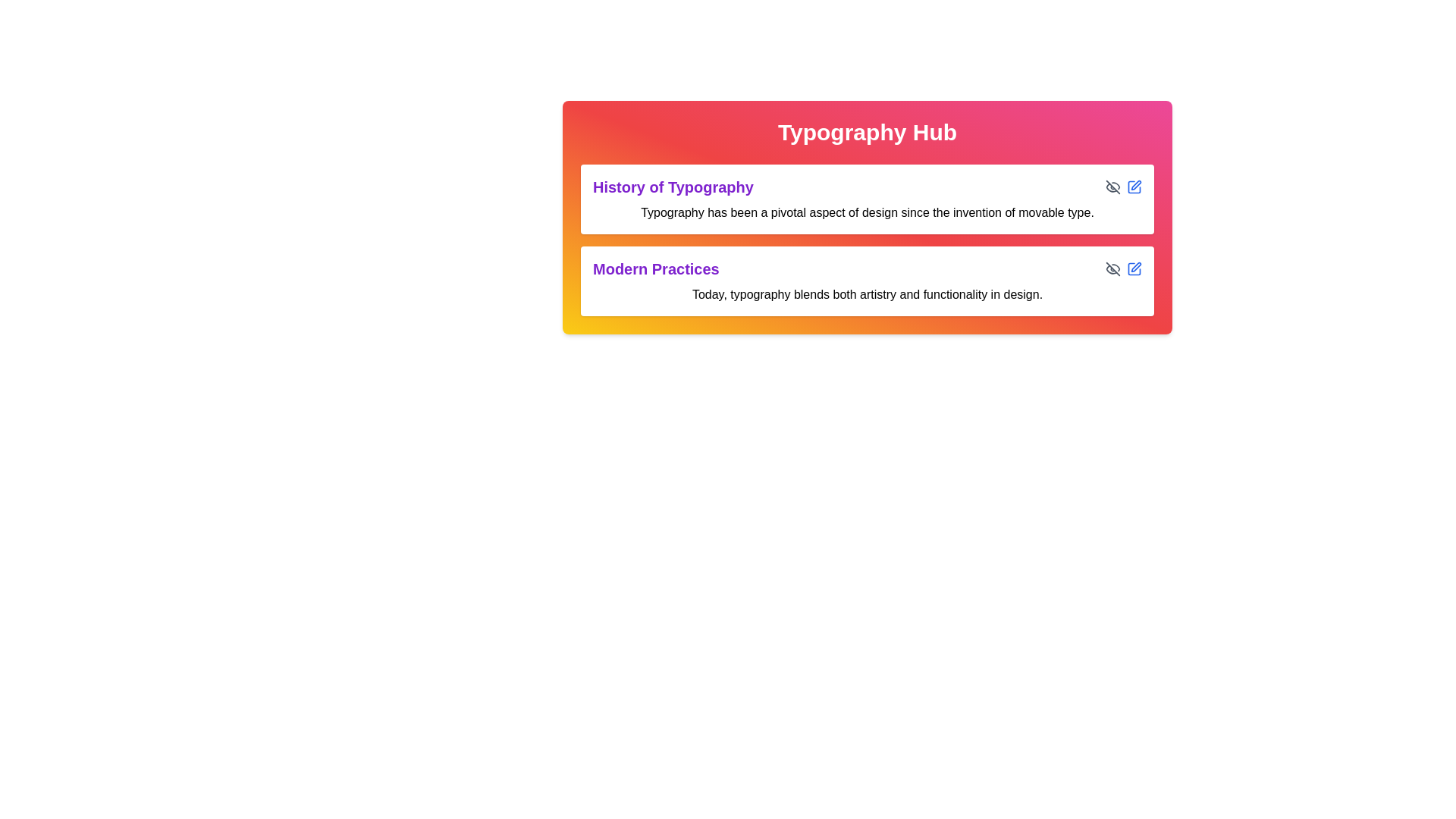 This screenshot has height=819, width=1456. I want to click on the text field displaying the sentence 'Today, typography blends both artistry and functionality in design.' which is located under the heading 'Modern Practices', so click(867, 295).